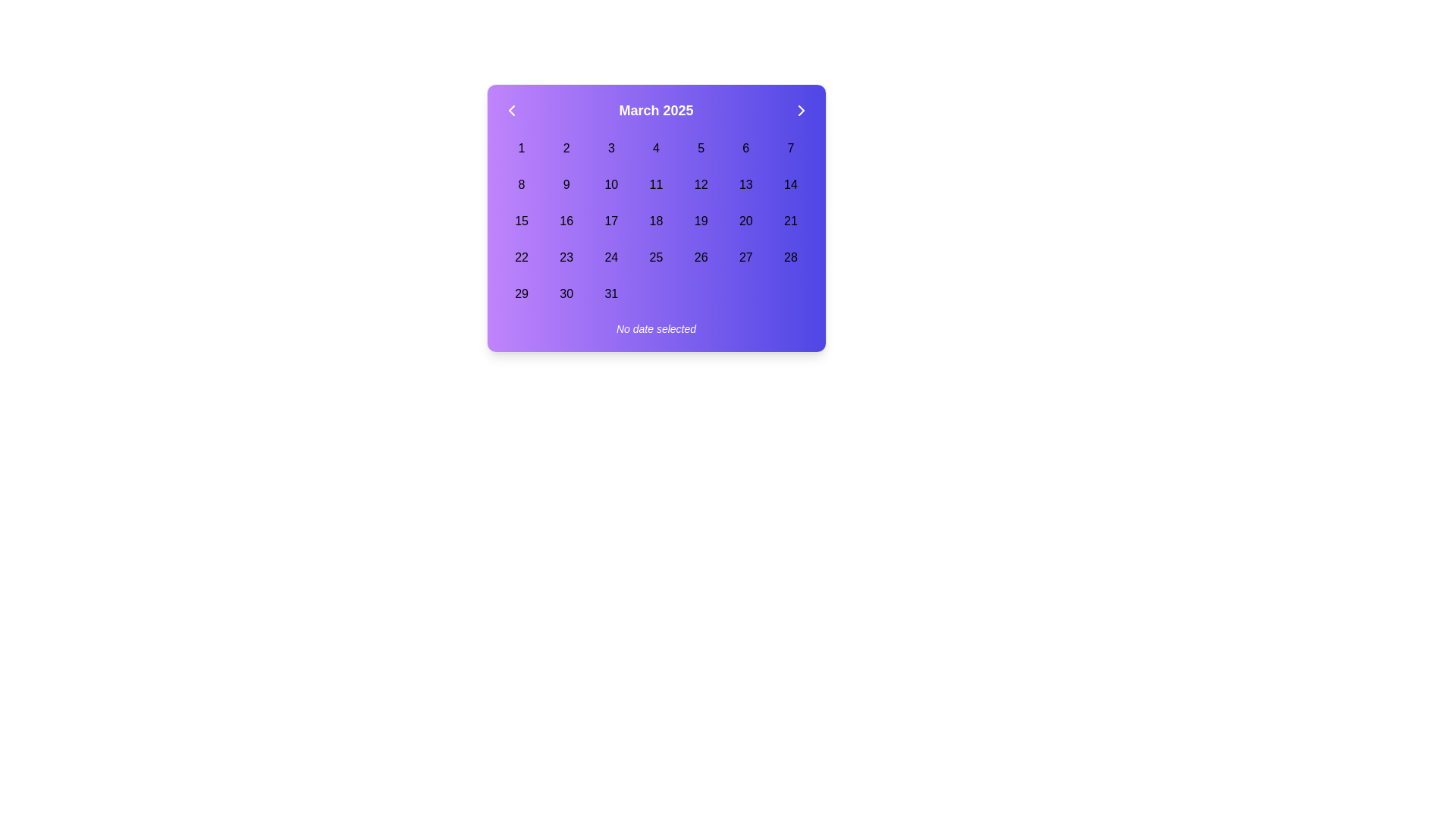 The width and height of the screenshot is (1456, 819). I want to click on the left-pointing chevron SVG icon located at the top-left of the calendar interface, adjacent to the text 'March 2025', so click(511, 110).